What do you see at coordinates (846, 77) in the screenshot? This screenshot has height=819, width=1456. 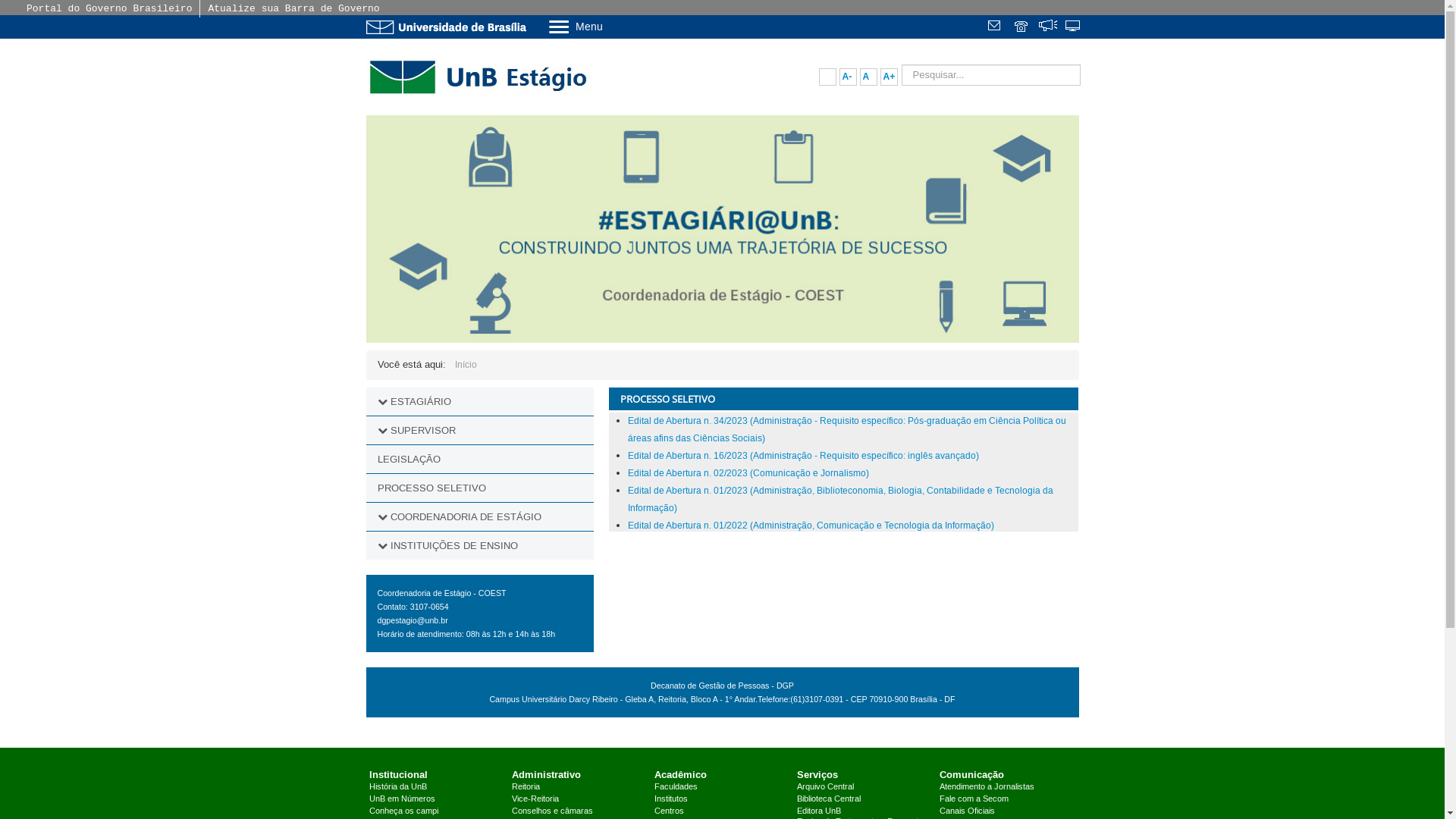 I see `'A-'` at bounding box center [846, 77].